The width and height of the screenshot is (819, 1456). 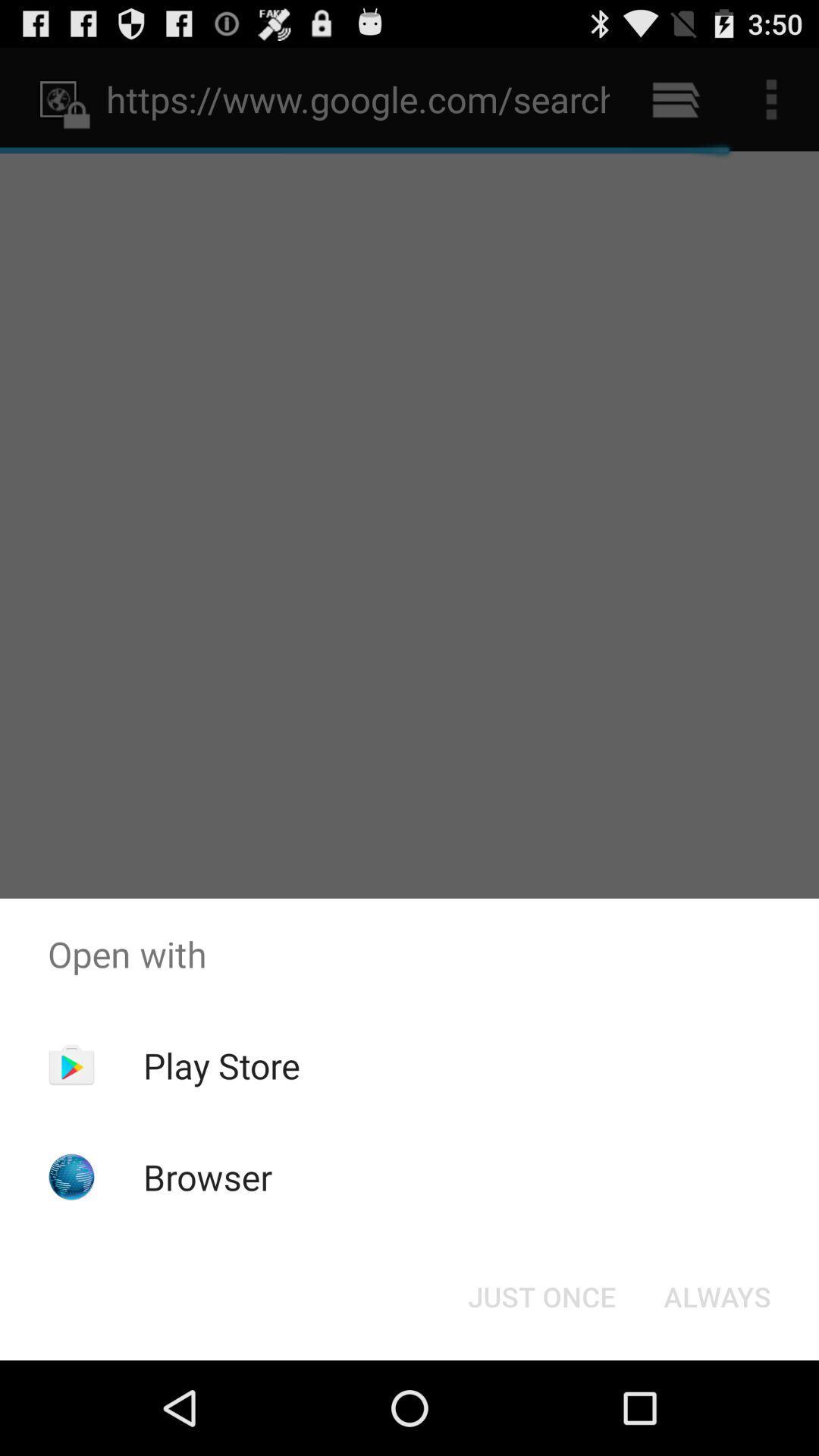 I want to click on item at the bottom, so click(x=541, y=1295).